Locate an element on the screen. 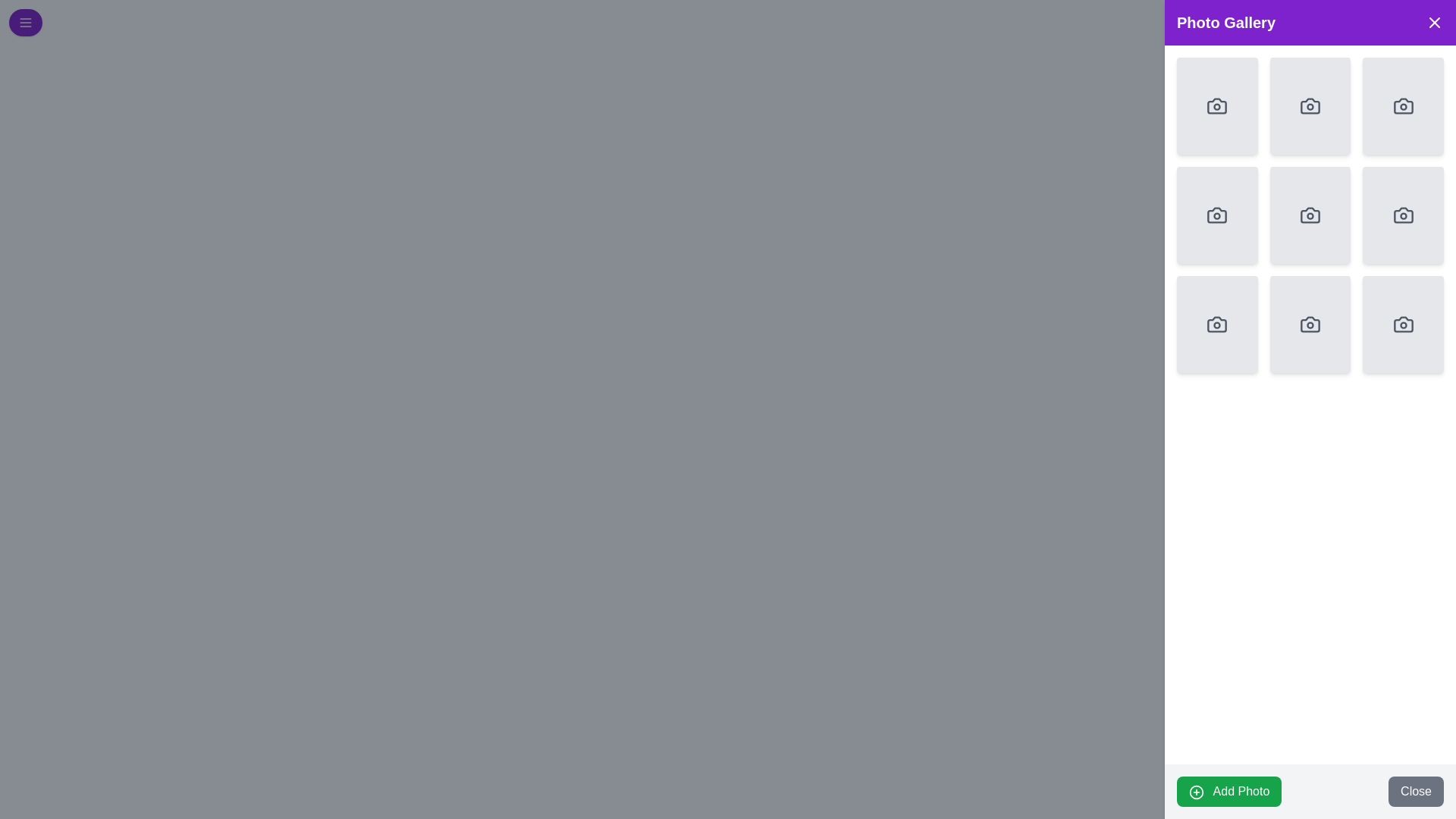  the camera icon, which is a line drawing symbolizing the action of adding or capturing a photo, located in the central column of the photo gallery grid, specifically in the middle row as the second item is located at coordinates (1310, 324).